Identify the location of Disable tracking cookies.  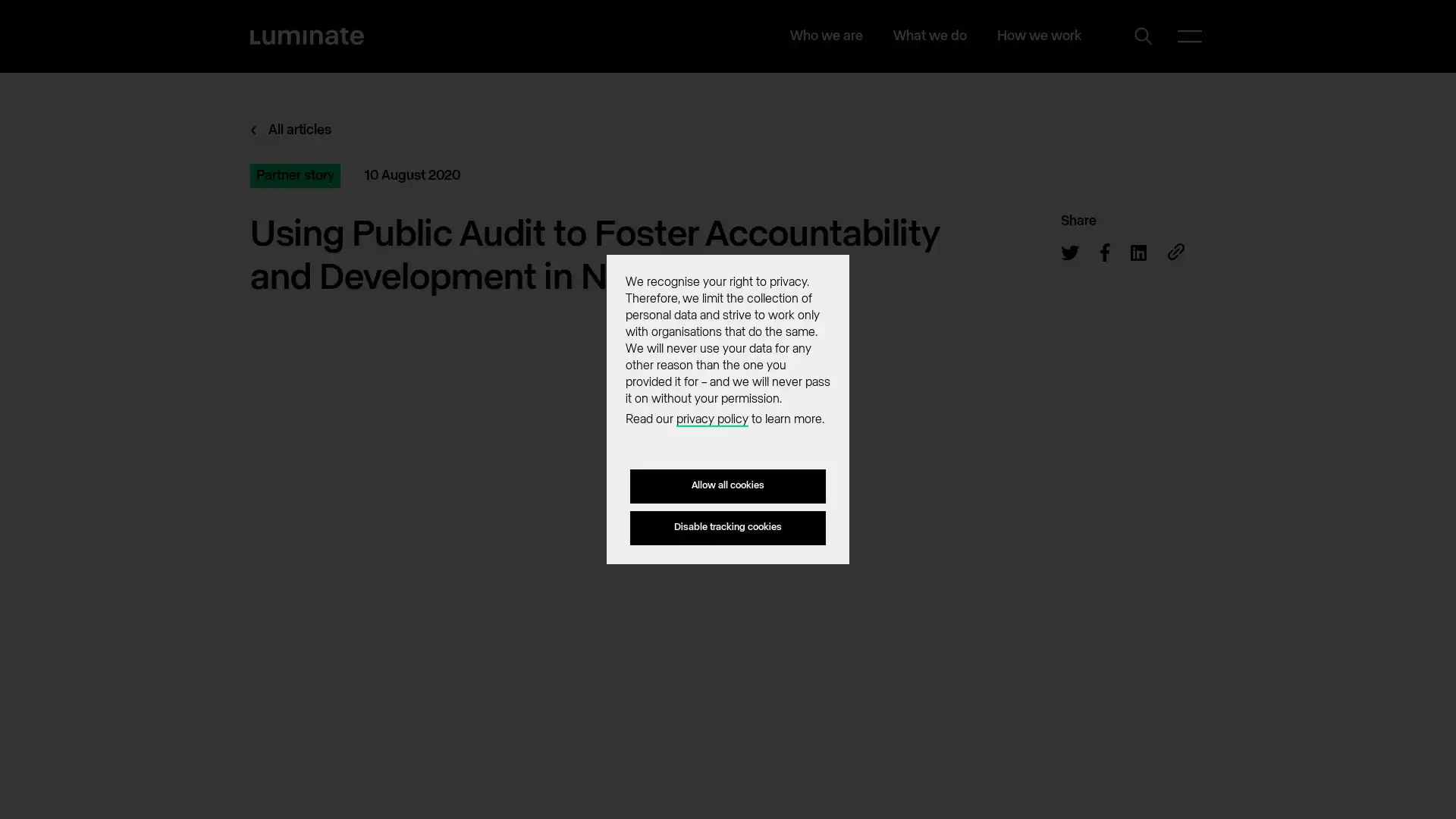
(728, 526).